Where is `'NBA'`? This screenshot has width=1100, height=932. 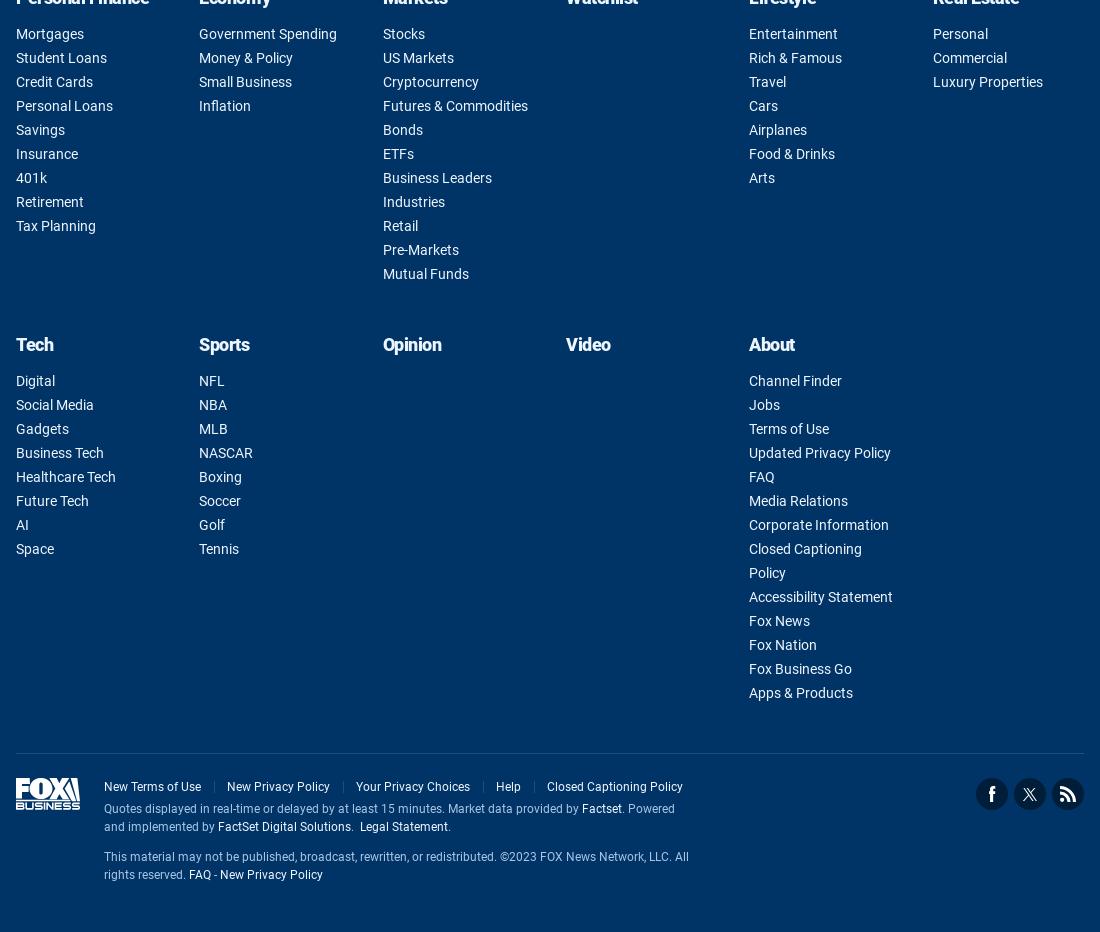 'NBA' is located at coordinates (212, 403).